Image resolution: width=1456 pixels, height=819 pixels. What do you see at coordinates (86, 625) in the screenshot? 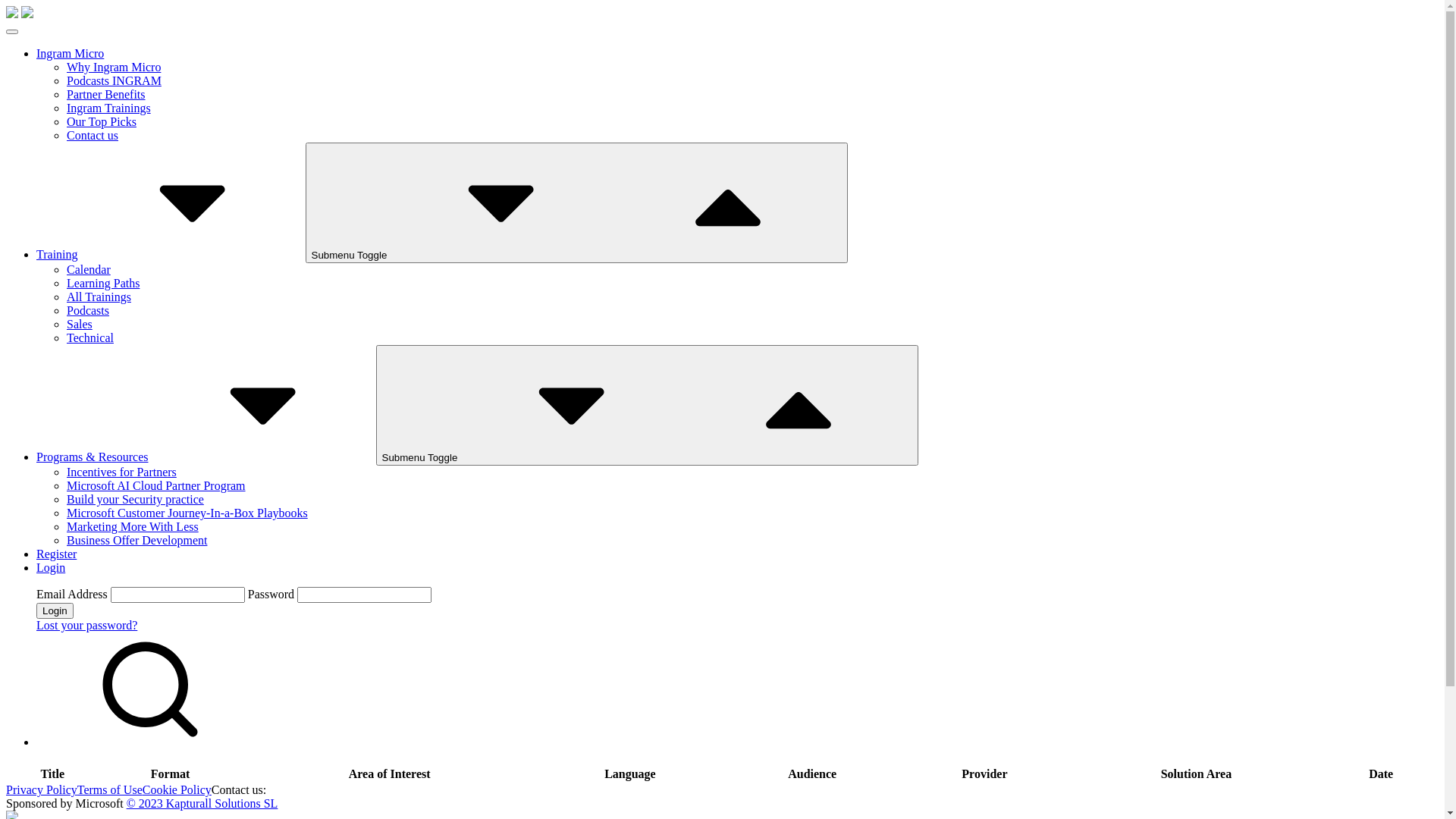
I see `'Lost your password?'` at bounding box center [86, 625].